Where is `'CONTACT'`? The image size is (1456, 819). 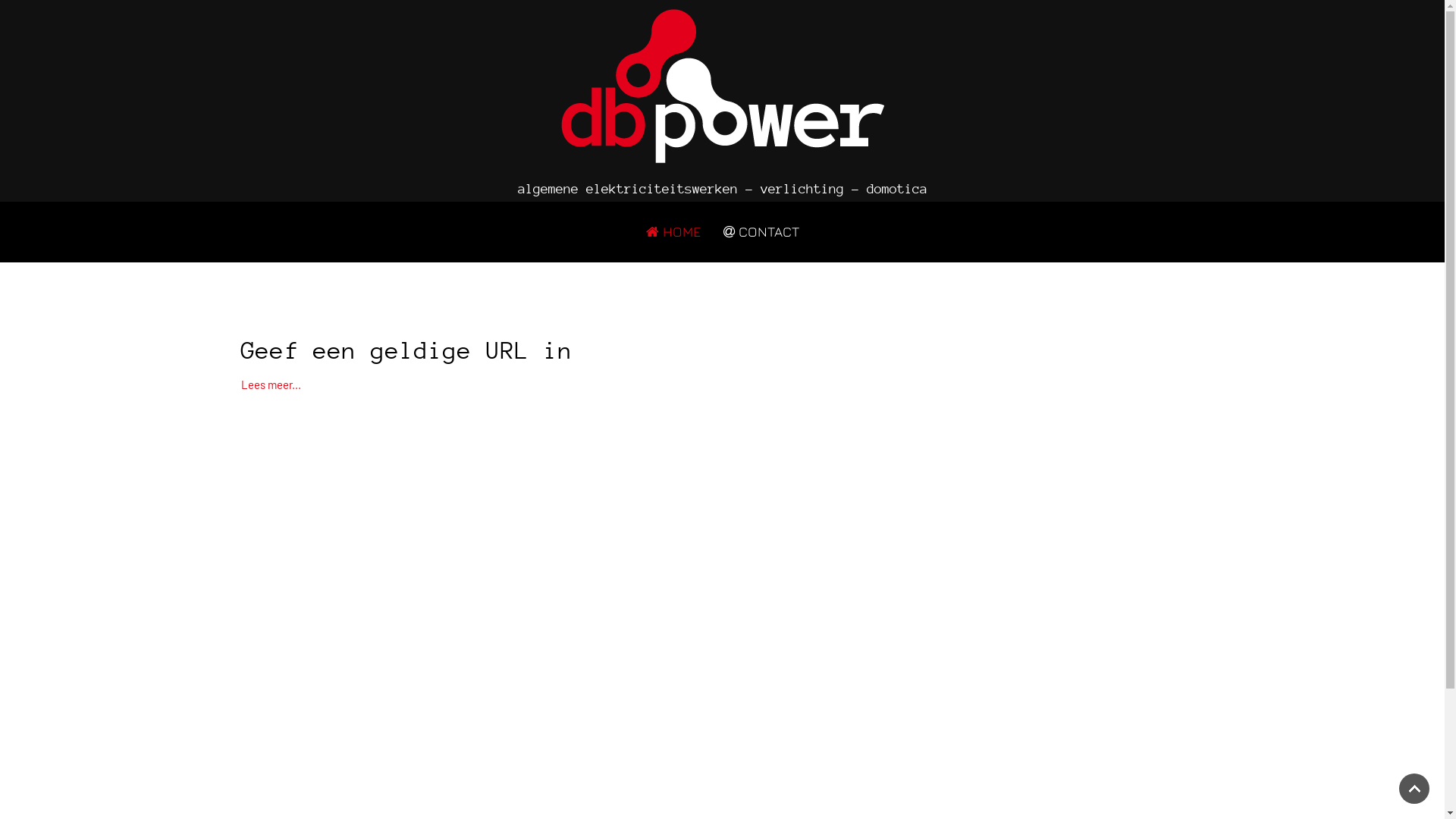
'CONTACT' is located at coordinates (710, 231).